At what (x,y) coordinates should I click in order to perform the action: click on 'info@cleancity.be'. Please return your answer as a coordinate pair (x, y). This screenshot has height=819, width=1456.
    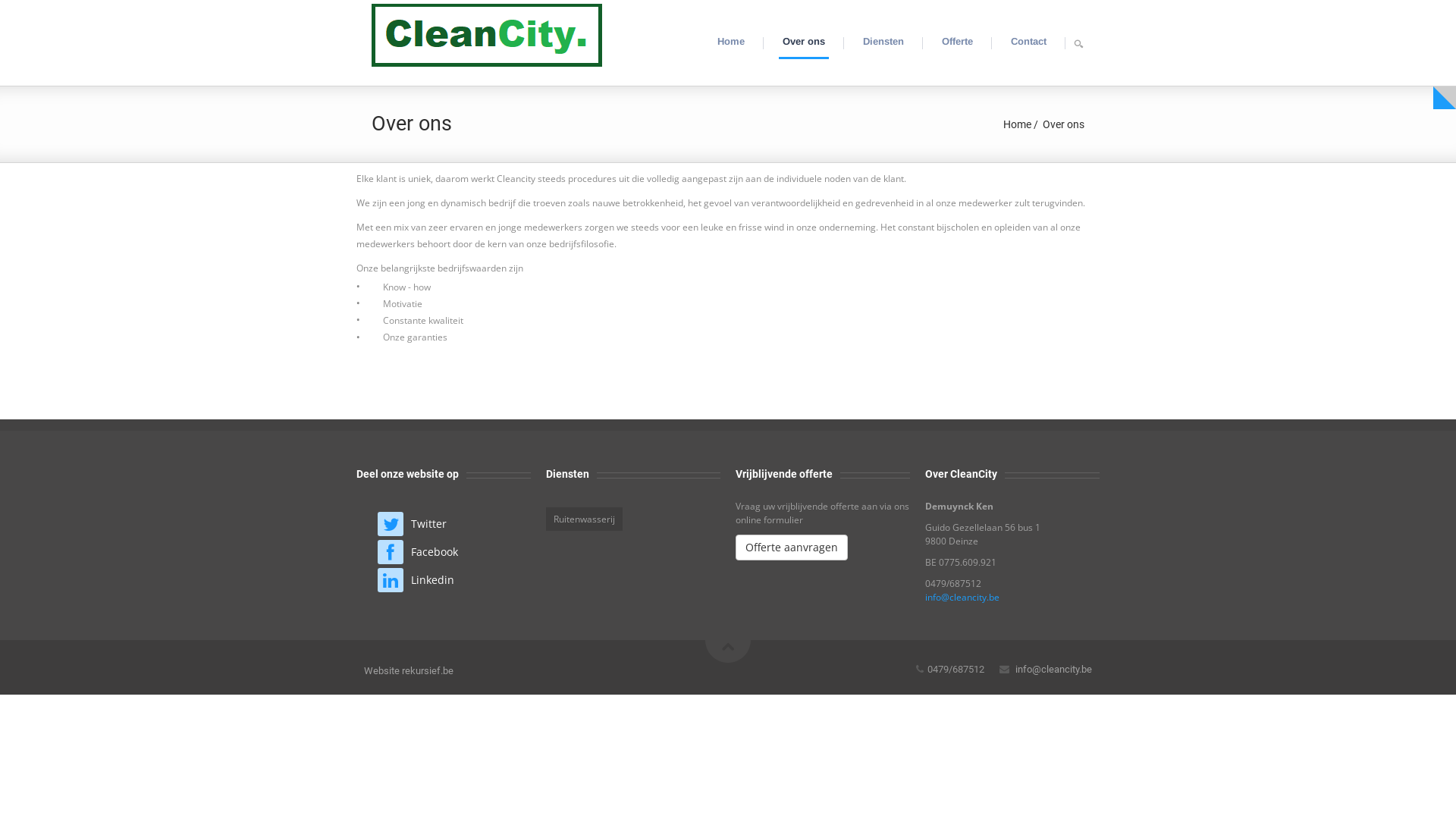
    Looking at the image, I should click on (961, 596).